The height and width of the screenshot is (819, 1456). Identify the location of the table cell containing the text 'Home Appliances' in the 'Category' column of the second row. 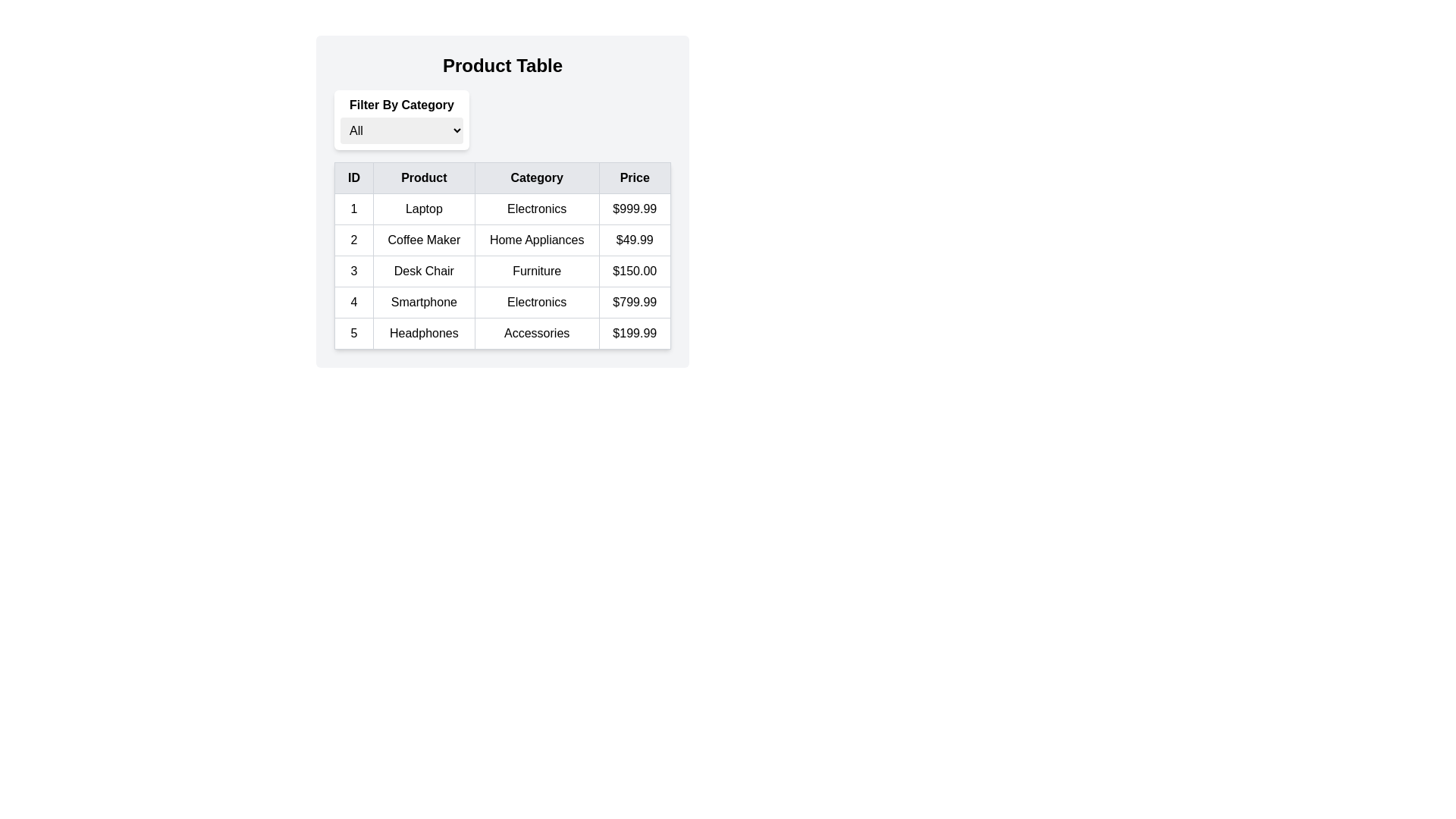
(537, 239).